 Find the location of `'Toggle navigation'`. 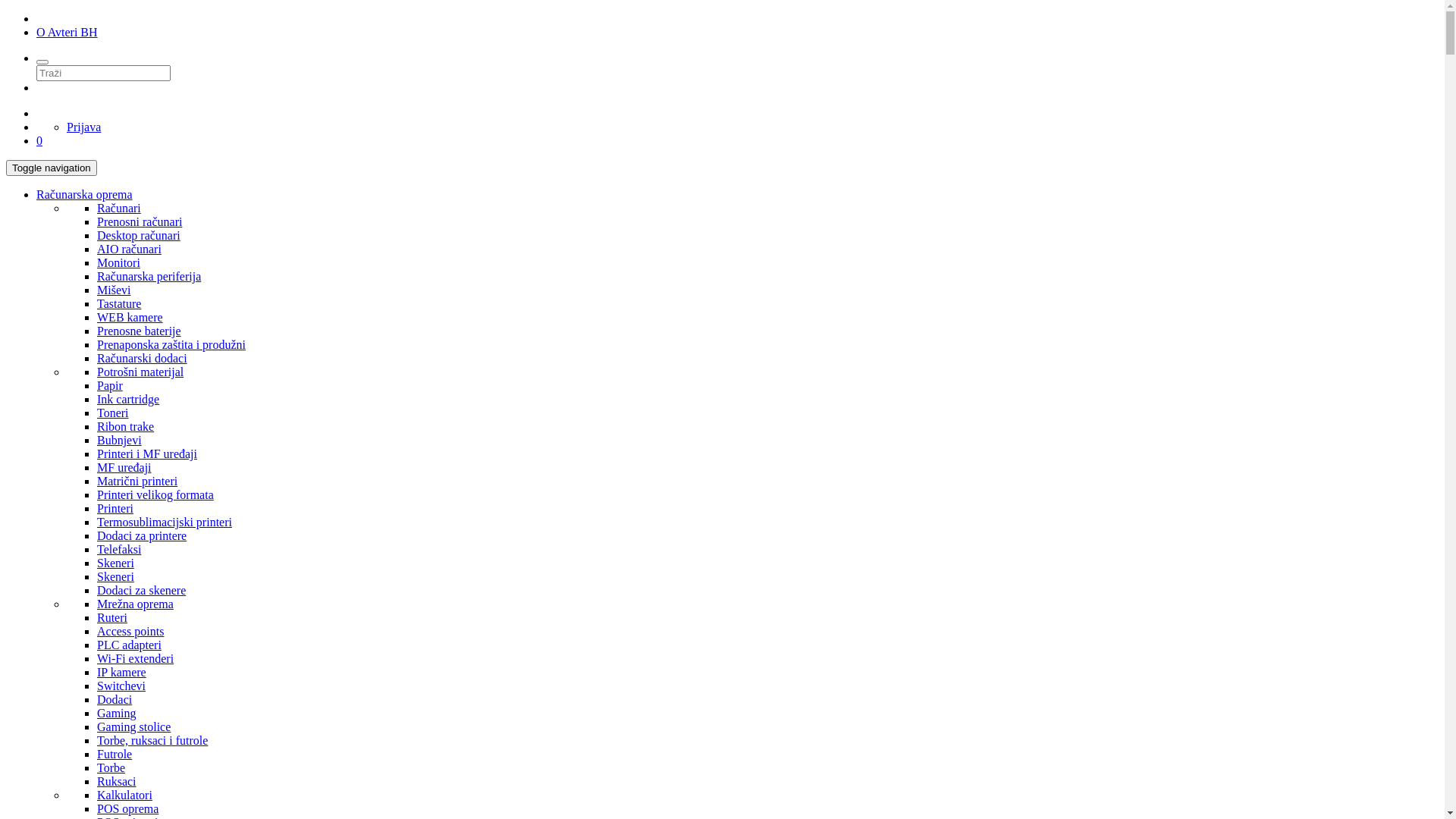

'Toggle navigation' is located at coordinates (51, 168).